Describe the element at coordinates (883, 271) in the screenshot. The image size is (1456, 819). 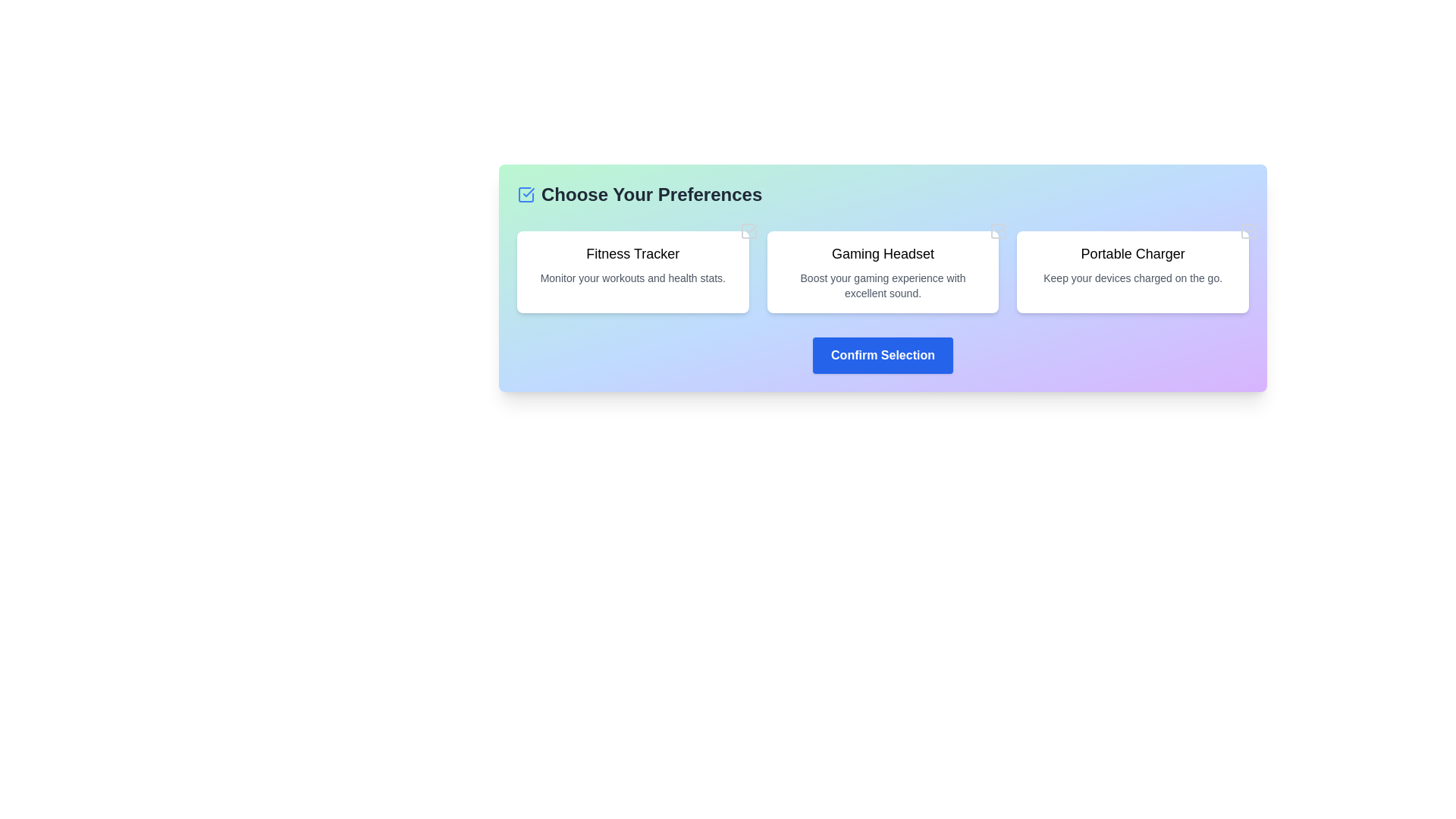
I see `to select the 'Gaming Headset' card, which is a rectangular card with a white background and rounded corners, located centrally among three cards in a grid layout` at that location.